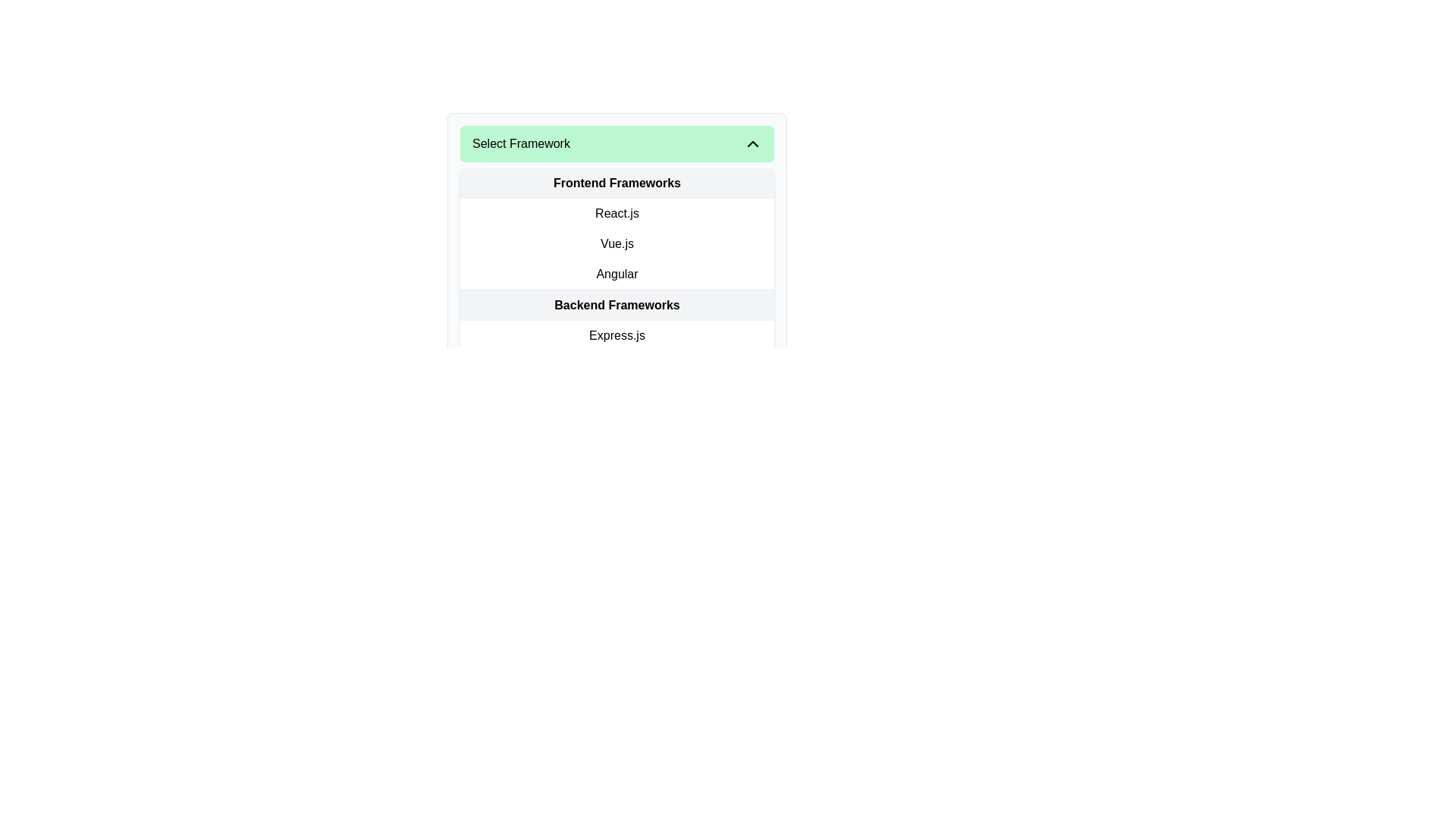  I want to click on the second item in the vertical list of selectable options for 'Vue.js' under the 'Frontend Frameworks' heading, so click(617, 243).